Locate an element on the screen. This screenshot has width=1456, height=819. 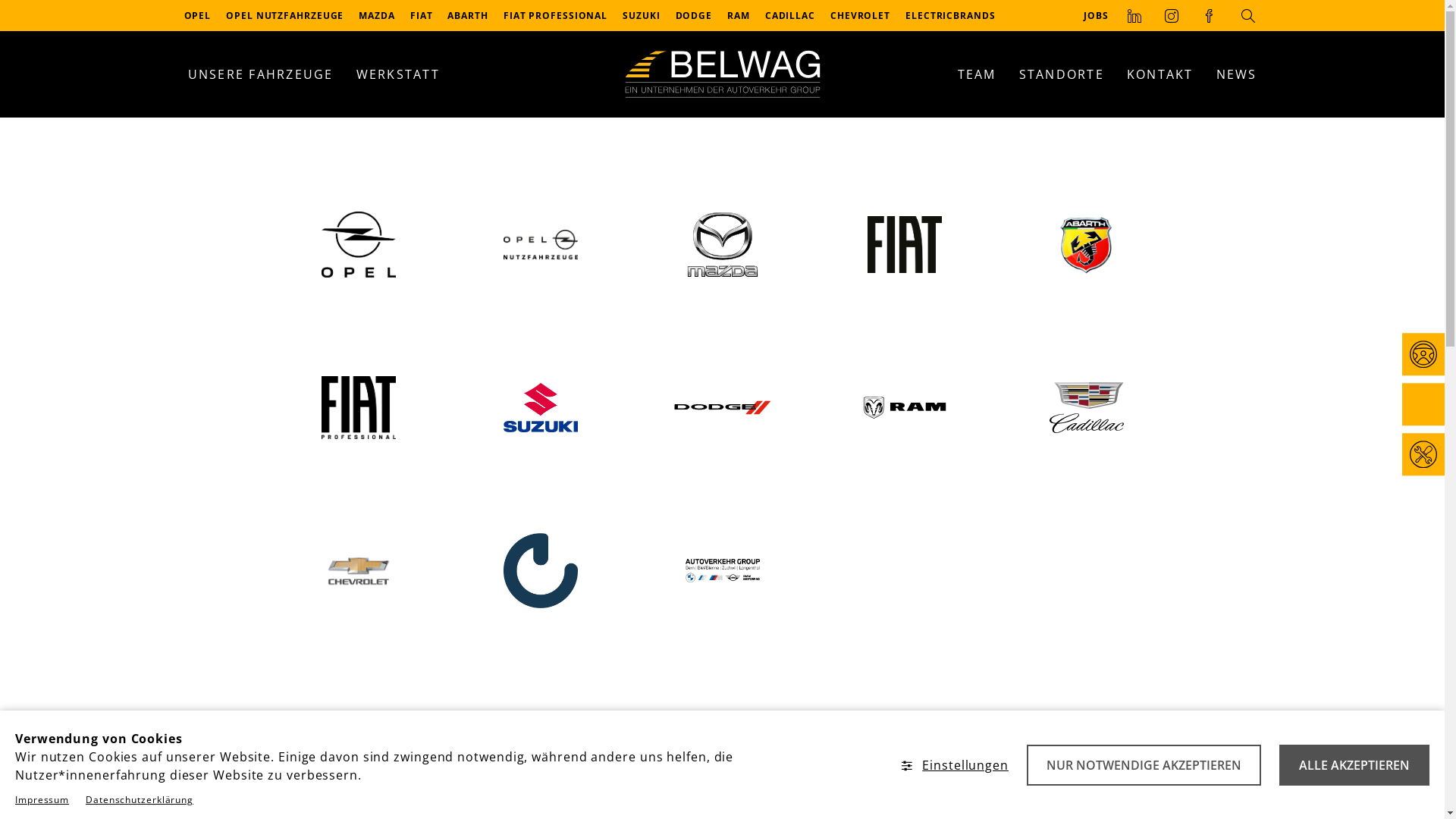
'Marke Opel Nutzfahrzeuge' is located at coordinates (541, 243).